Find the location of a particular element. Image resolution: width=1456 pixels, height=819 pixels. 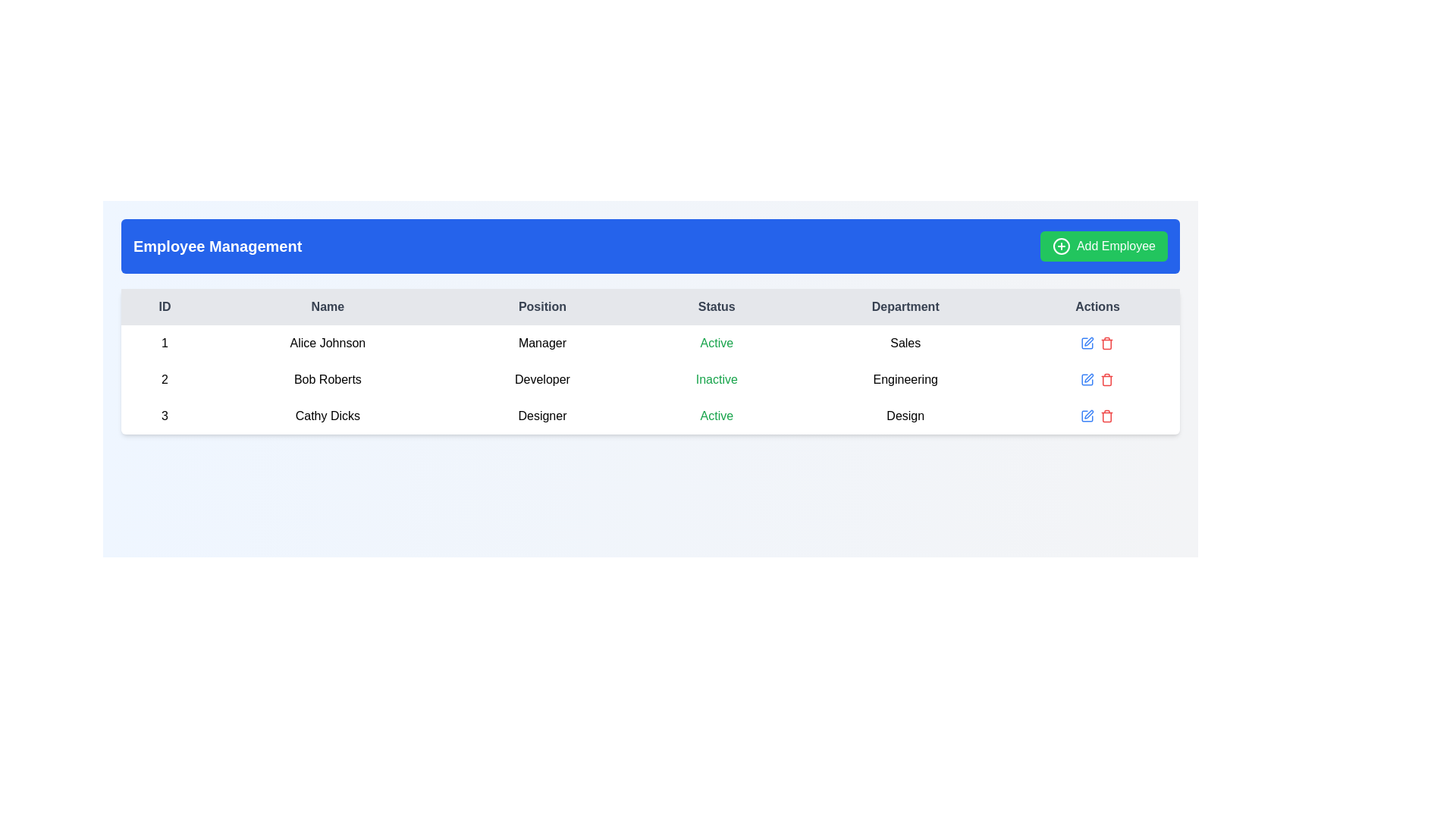

header label for the 'ID' column of the table, which is a non-interactive text label located at the far left of the header row is located at coordinates (165, 307).